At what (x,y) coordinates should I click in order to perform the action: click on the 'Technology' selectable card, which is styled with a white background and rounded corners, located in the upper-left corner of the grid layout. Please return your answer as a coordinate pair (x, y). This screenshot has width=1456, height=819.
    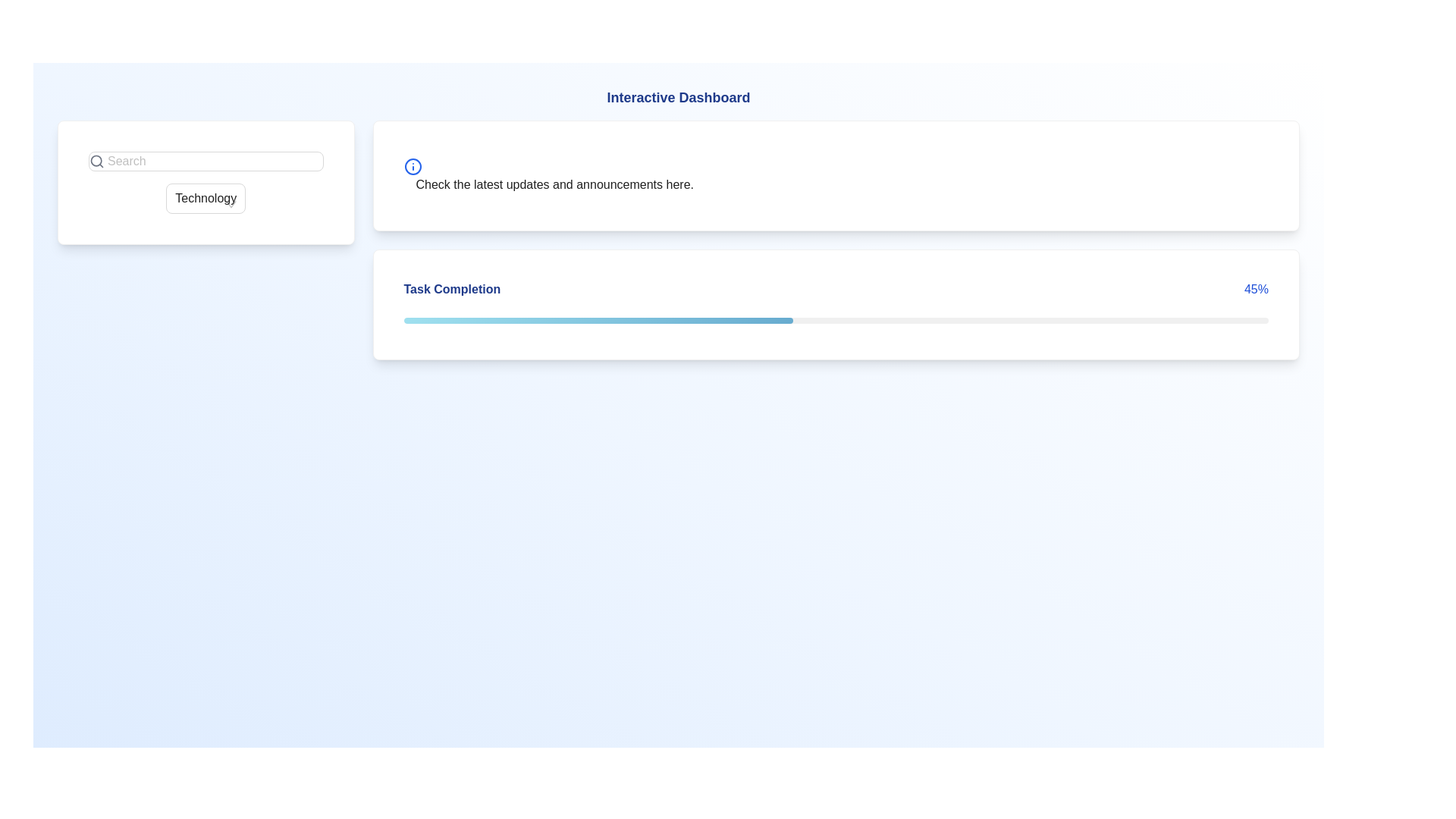
    Looking at the image, I should click on (205, 239).